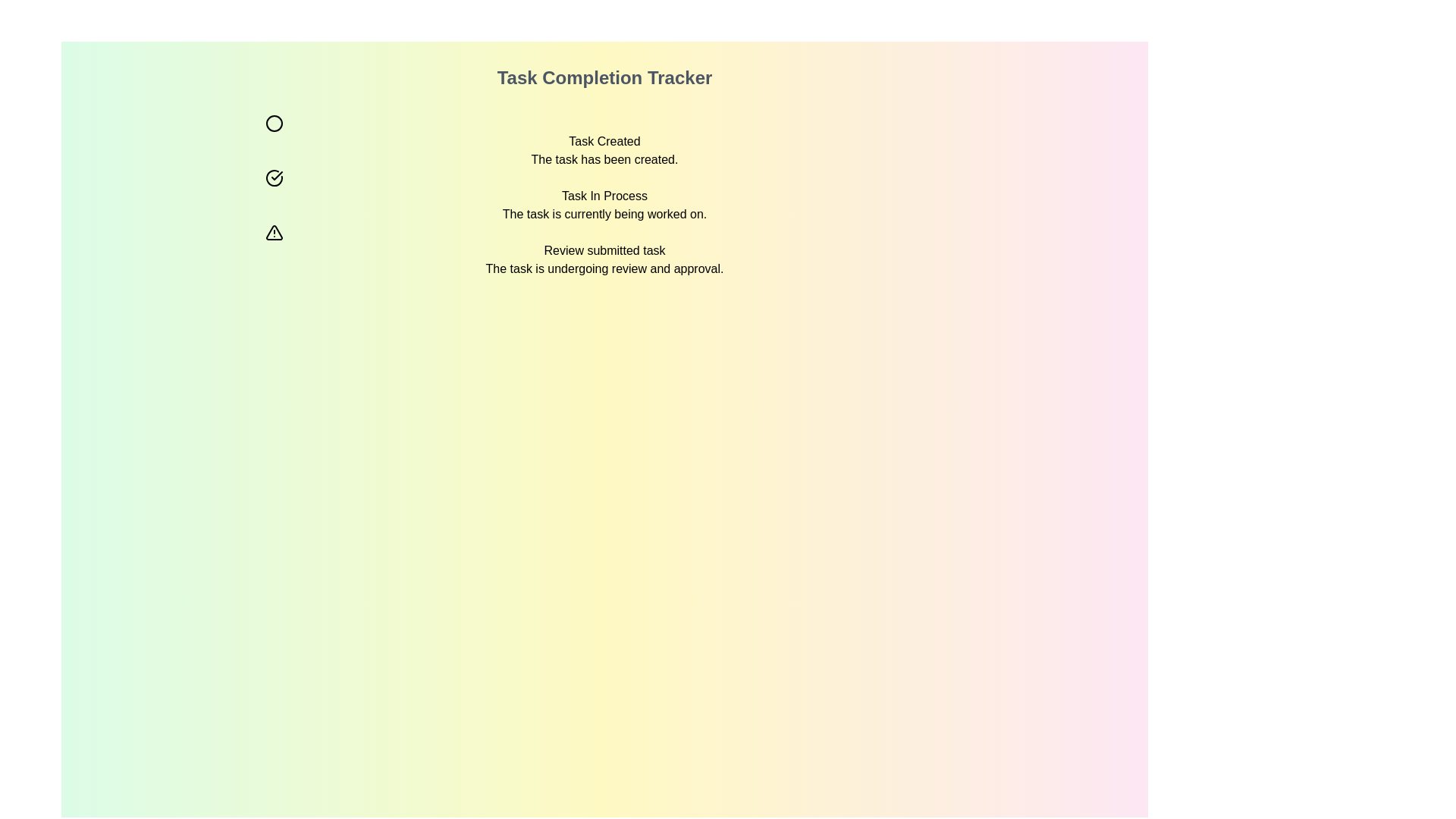 This screenshot has height=819, width=1456. Describe the element at coordinates (604, 250) in the screenshot. I see `the static text element that reads 'Review submitted task', which is styled in black font on a light gradient background, located beneath the title 'Task Completion Tracker'` at that location.